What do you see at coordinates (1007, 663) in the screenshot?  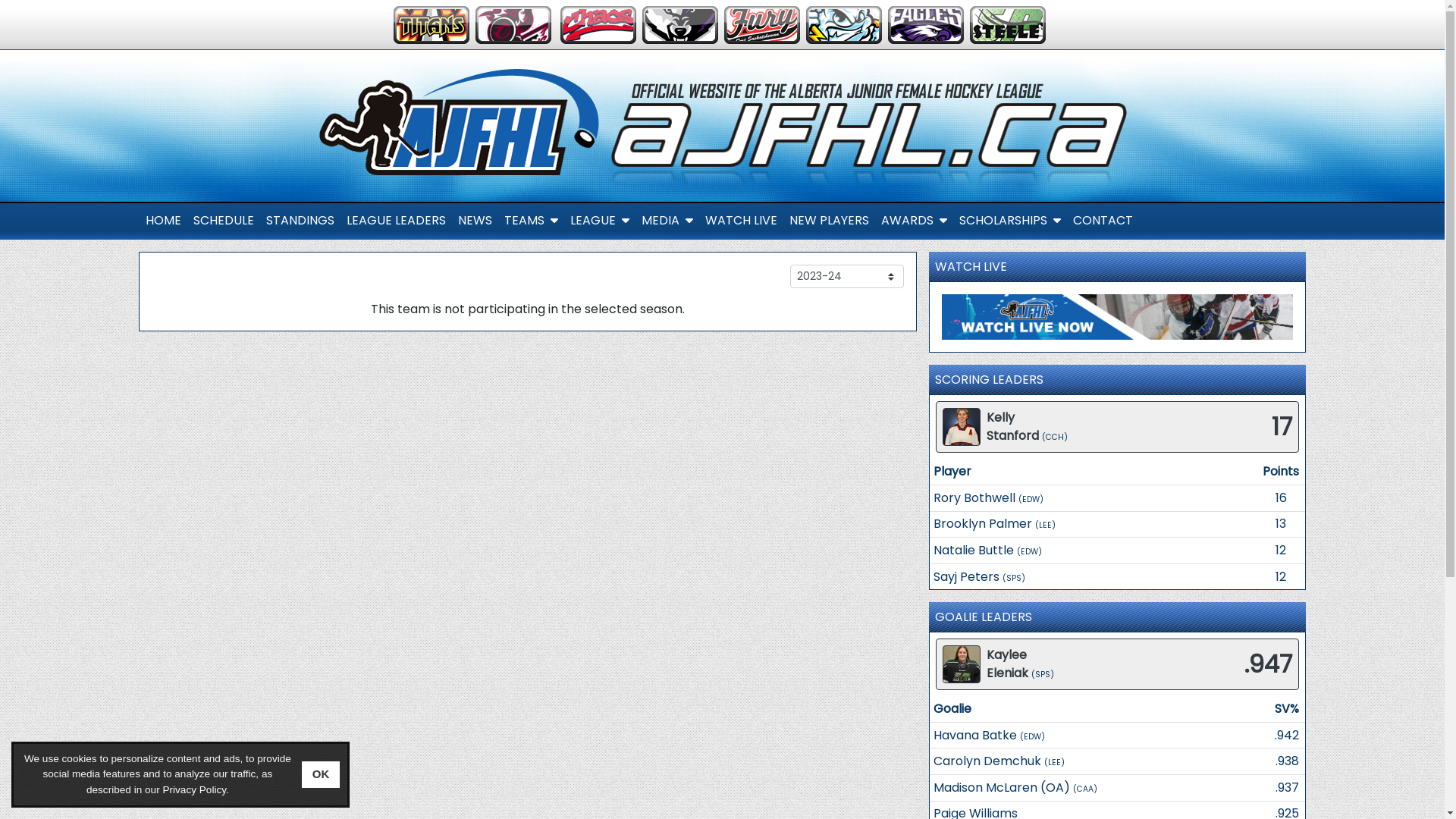 I see `'Kaylee` at bounding box center [1007, 663].